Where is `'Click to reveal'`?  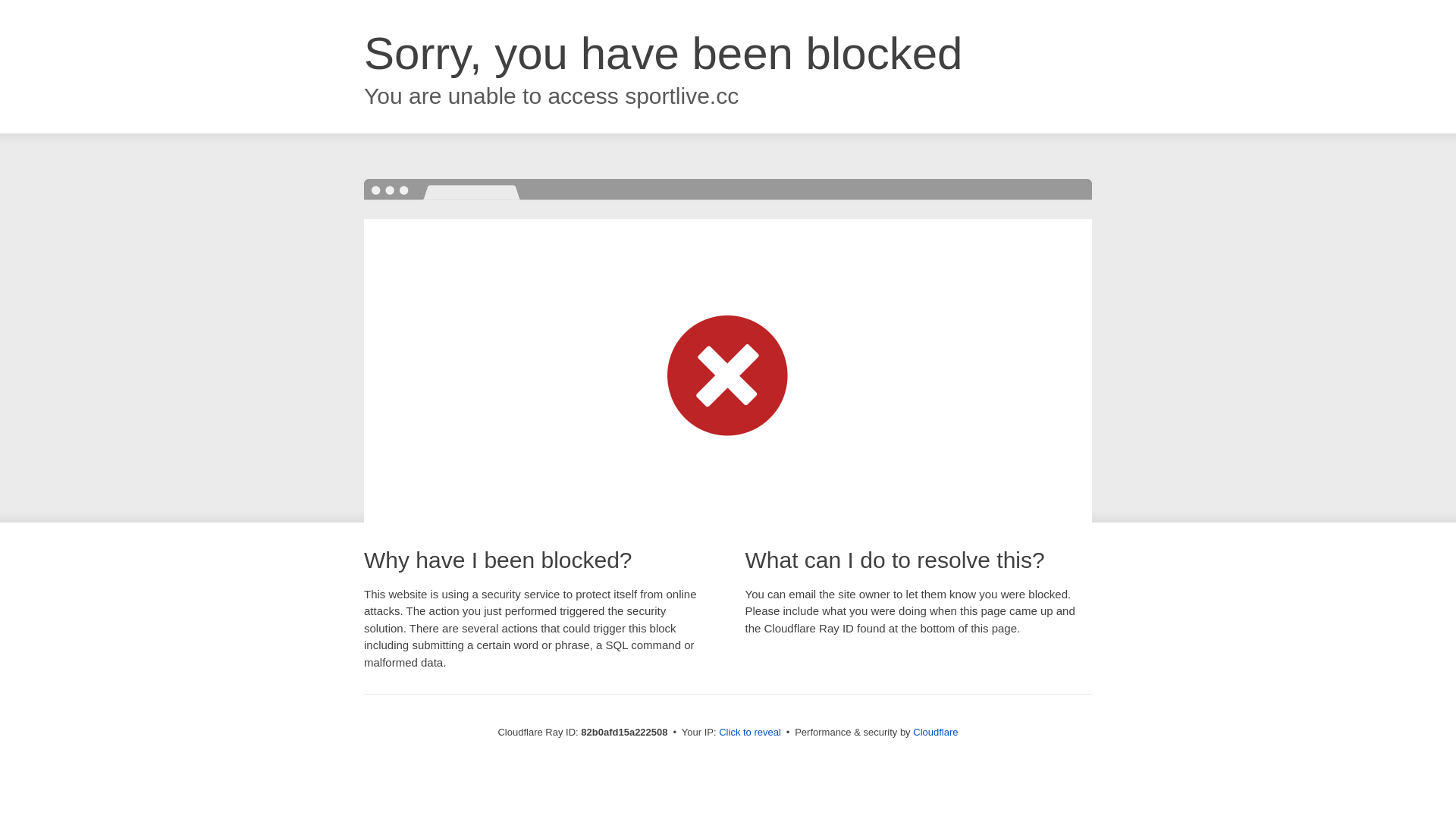
'Click to reveal' is located at coordinates (749, 731).